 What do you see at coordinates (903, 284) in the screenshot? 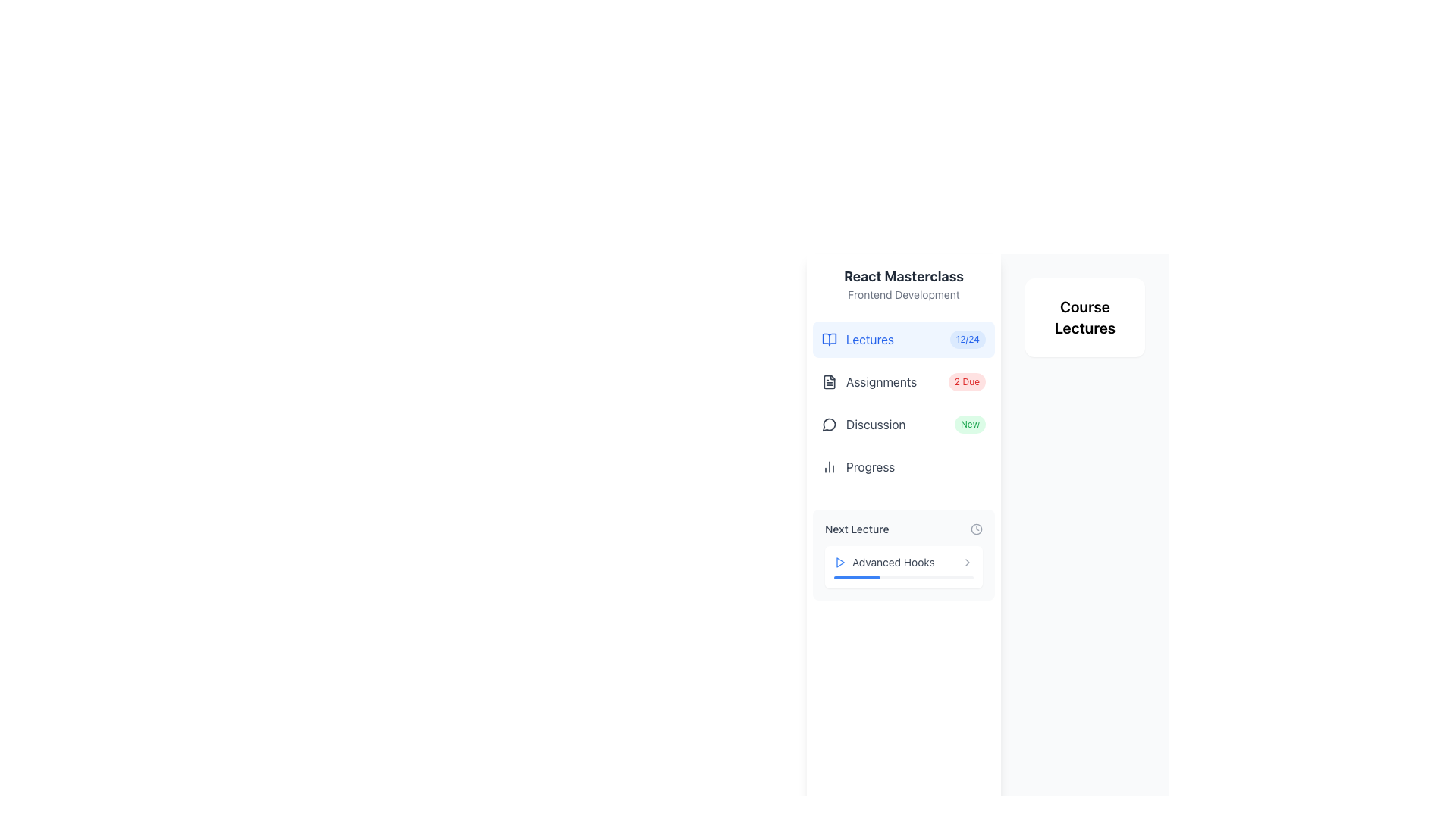
I see `the 'React Masterclass' text header which is styled with a bold first line and a smaller second line, located at the top of the sidebar section` at bounding box center [903, 284].